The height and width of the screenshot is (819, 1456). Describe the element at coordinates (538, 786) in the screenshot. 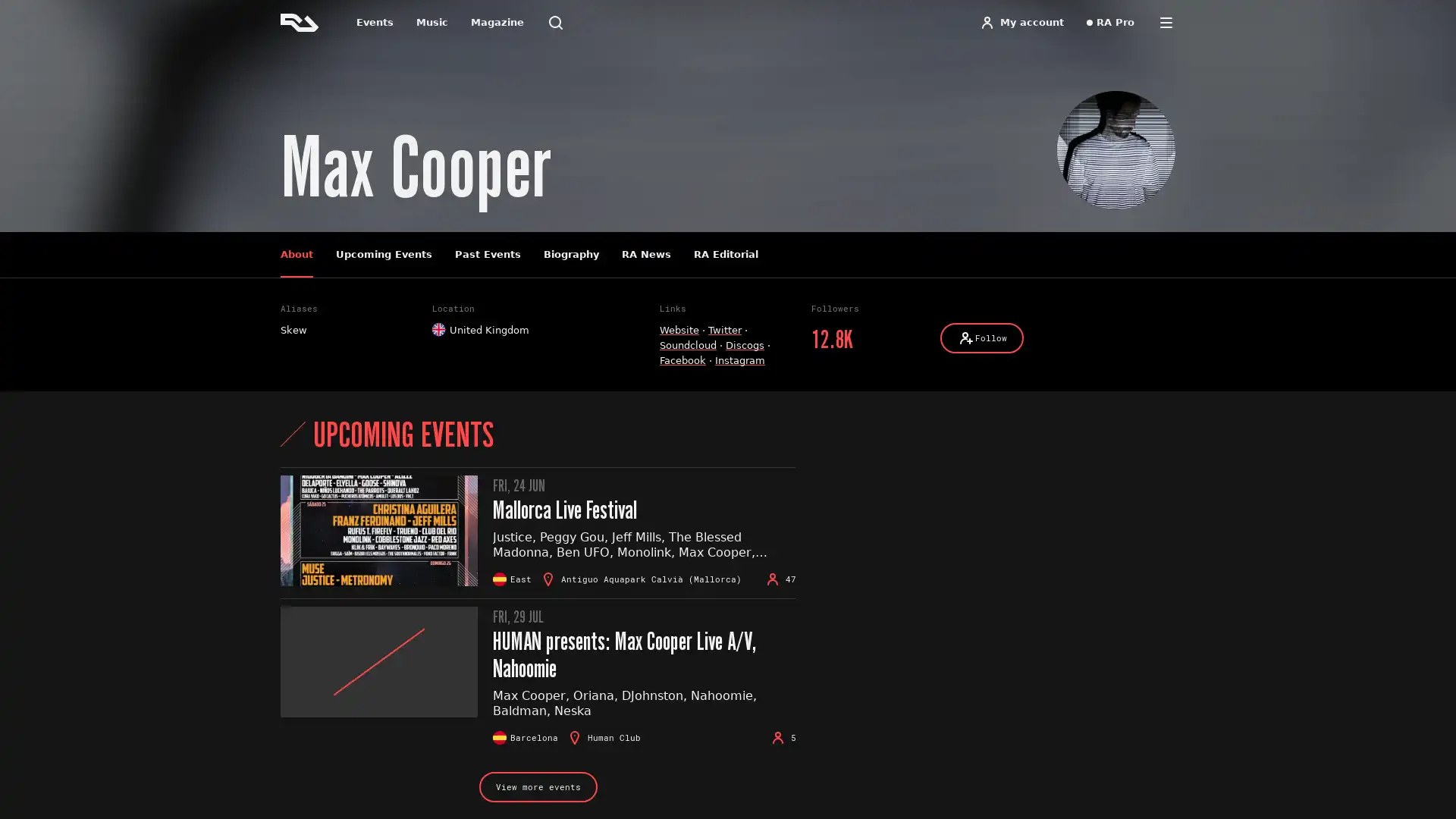

I see `View more events` at that location.